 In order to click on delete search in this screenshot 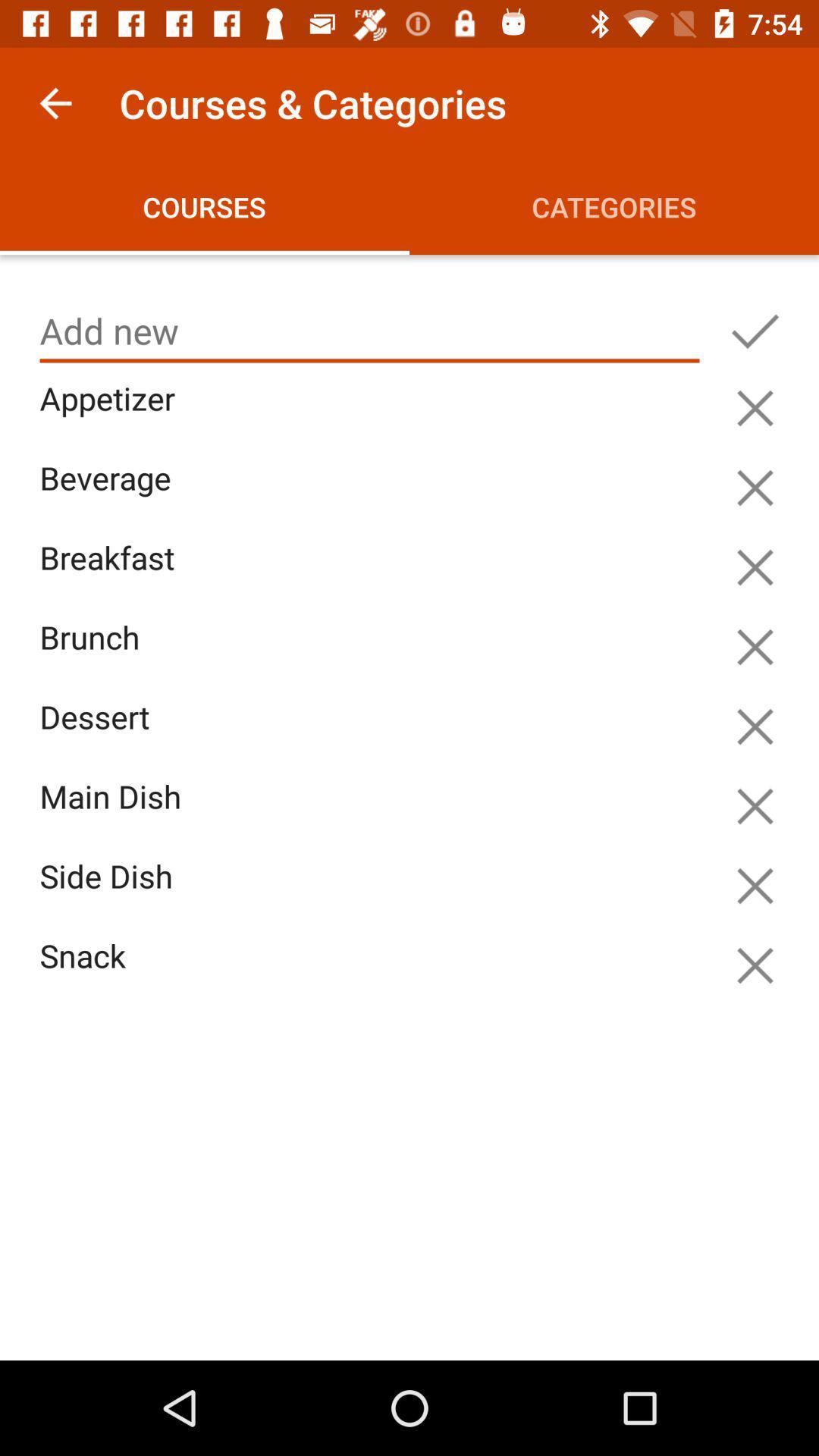, I will do `click(755, 805)`.